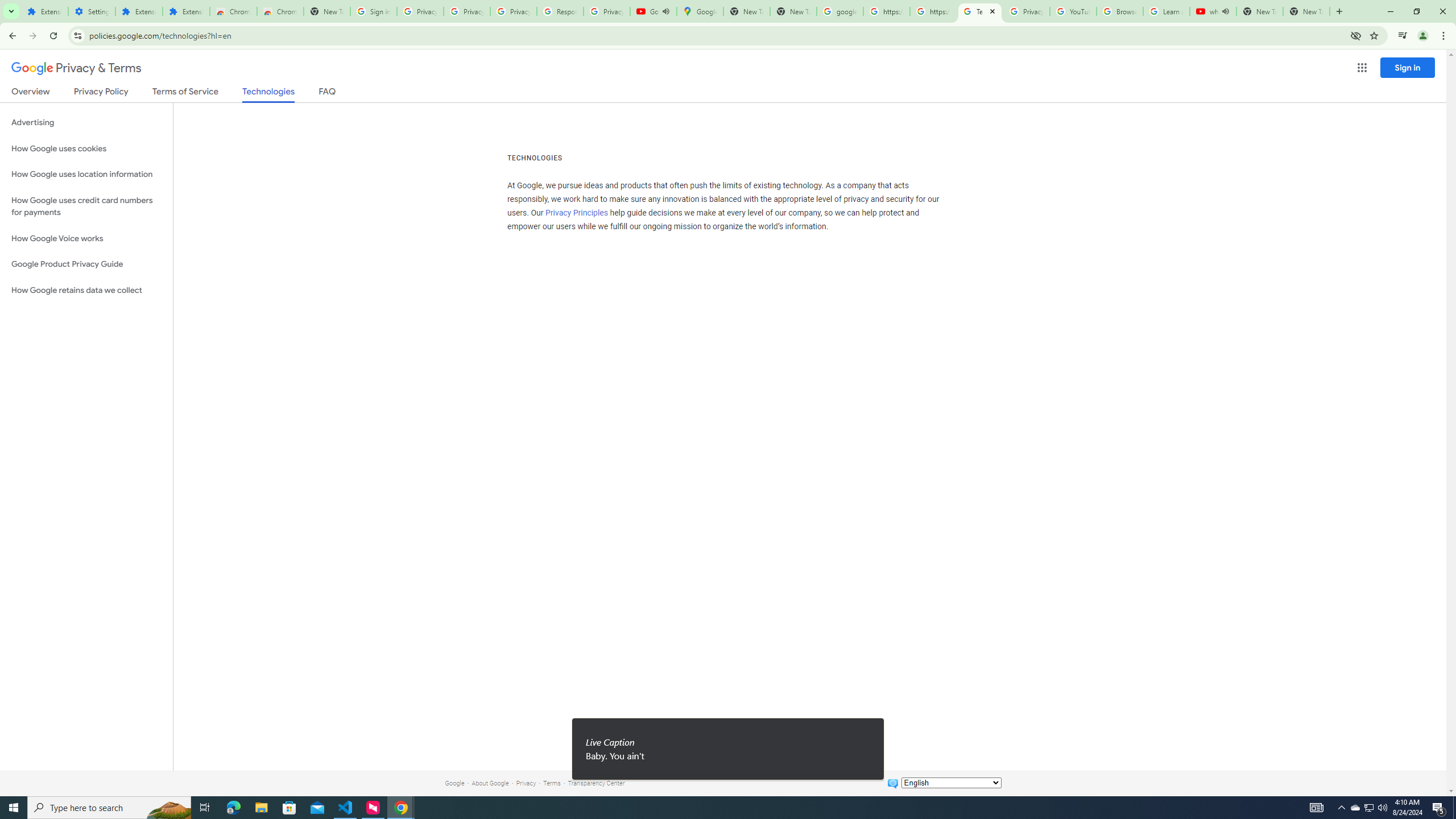  I want to click on 'How Google Voice works', so click(86, 238).